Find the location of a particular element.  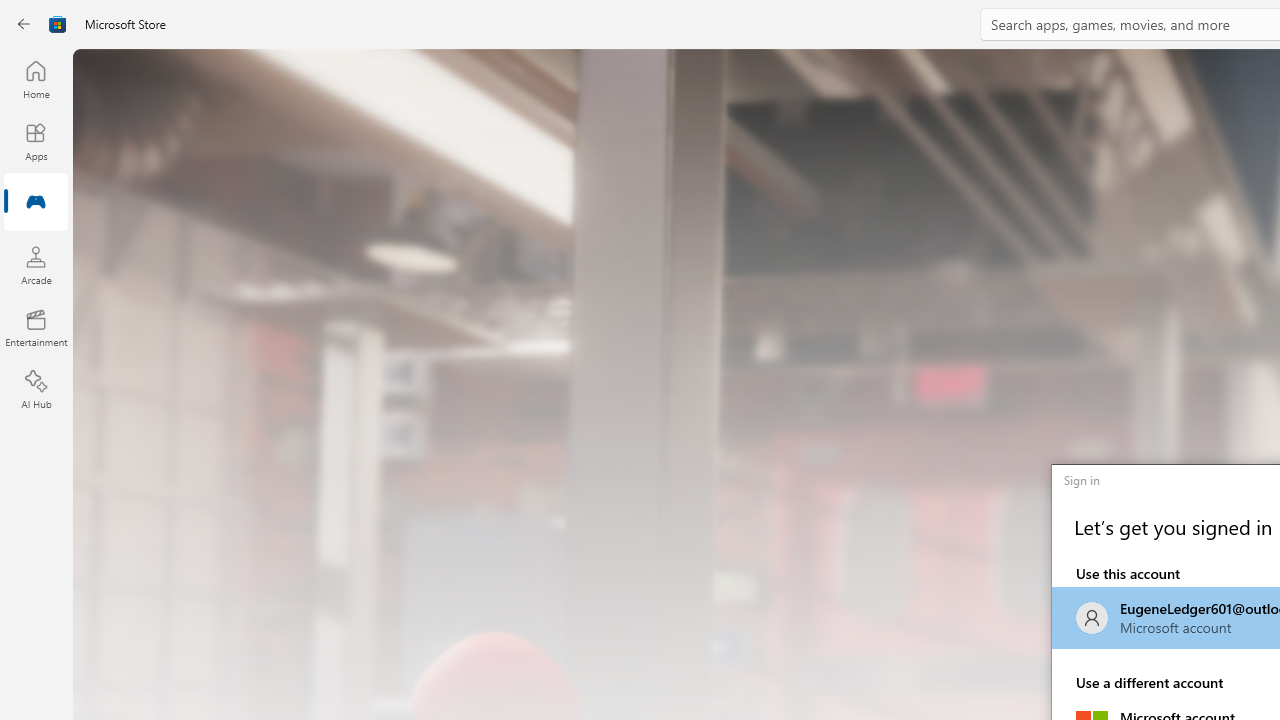

'AI Hub' is located at coordinates (35, 390).